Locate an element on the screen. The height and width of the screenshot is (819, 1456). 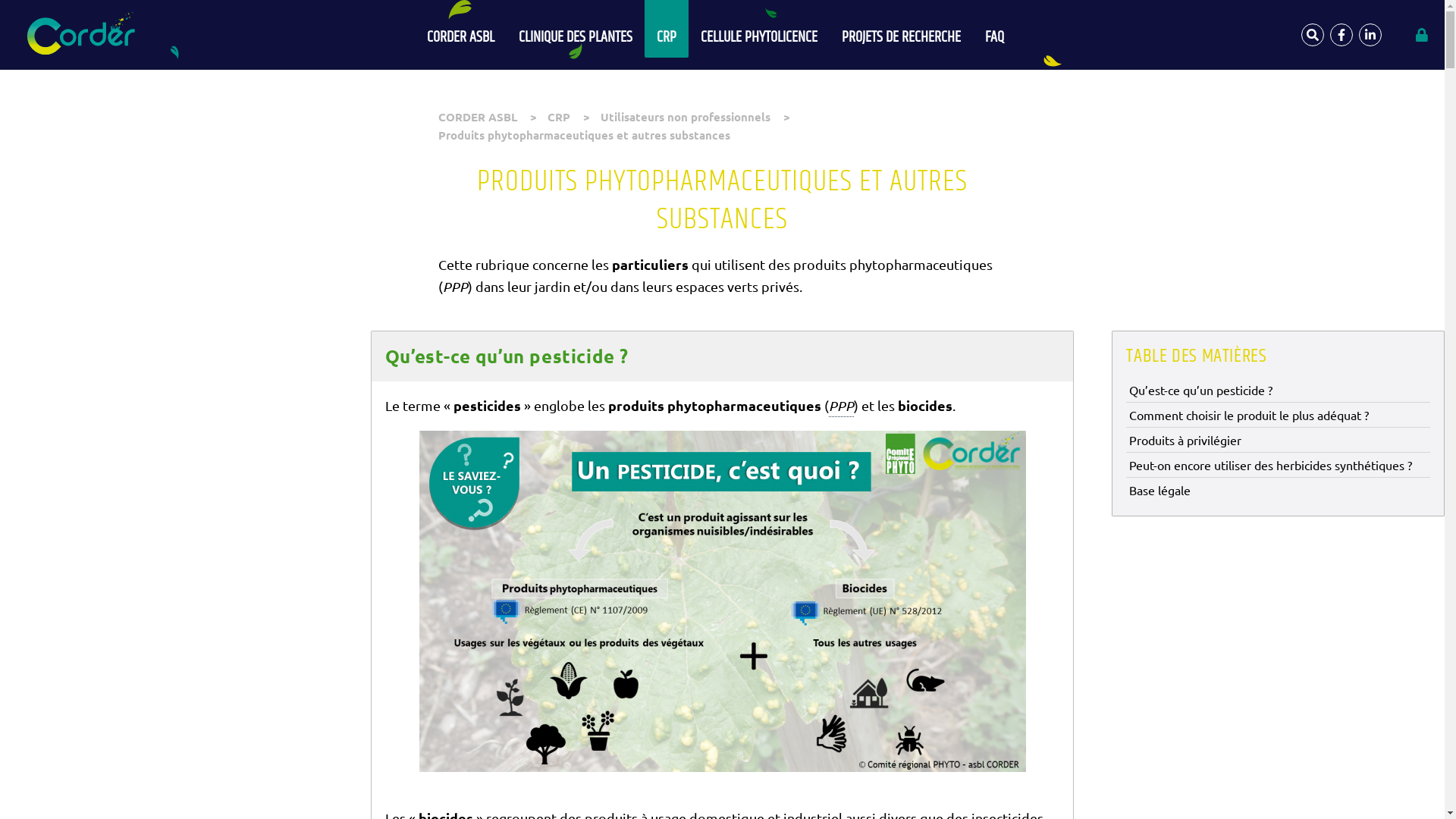
'CELLULE PHYTOLICENCE' is located at coordinates (759, 29).